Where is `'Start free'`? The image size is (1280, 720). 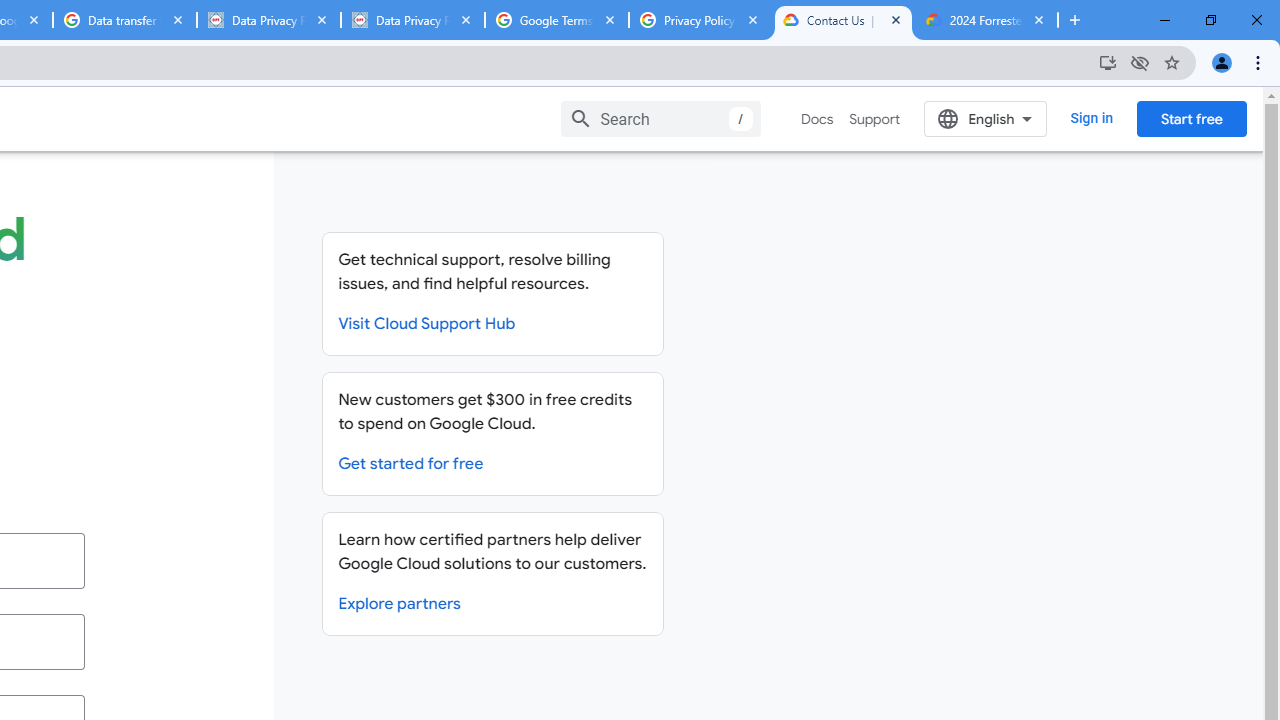
'Start free' is located at coordinates (1191, 118).